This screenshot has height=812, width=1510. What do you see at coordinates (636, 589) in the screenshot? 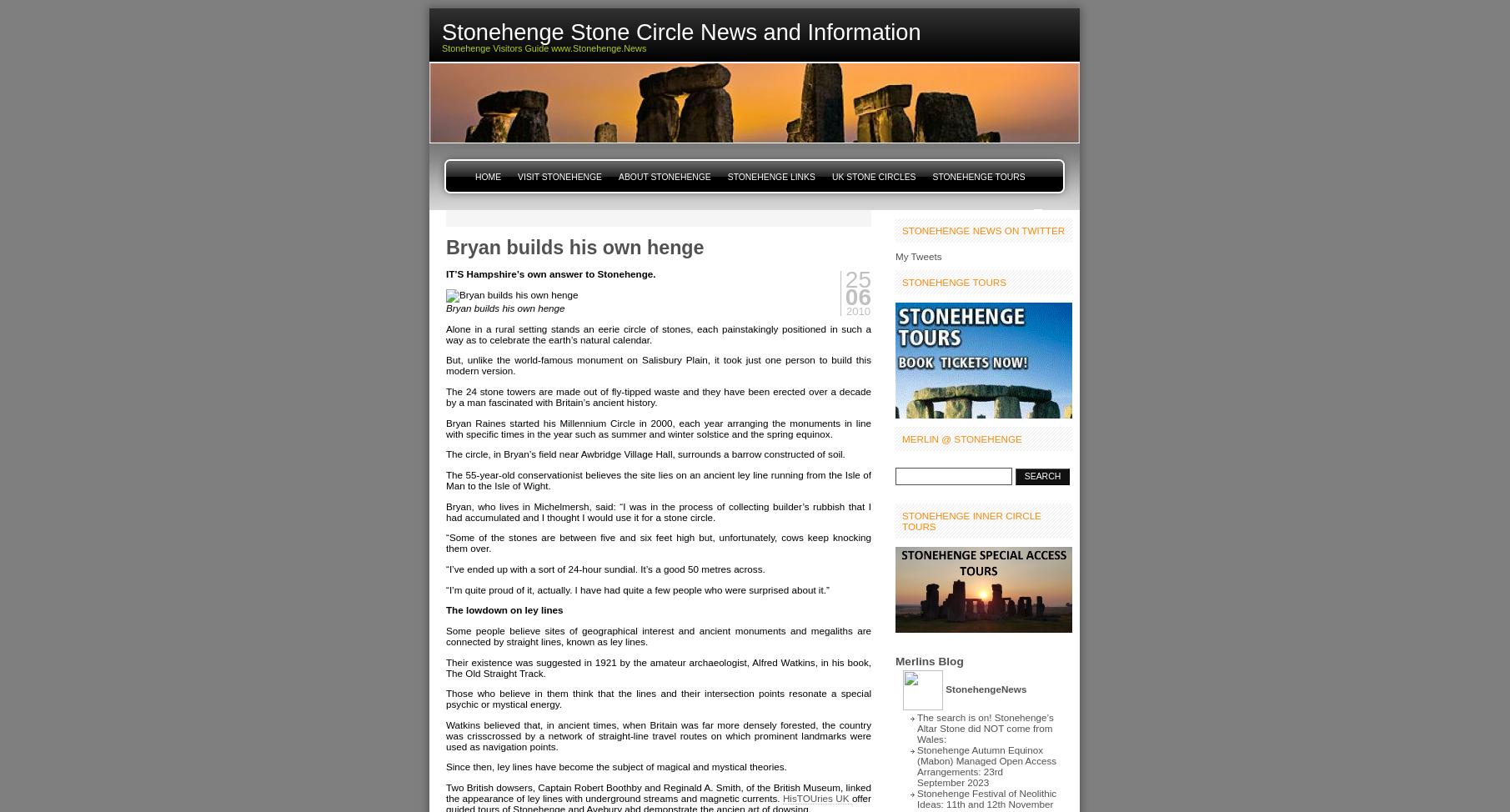
I see `'“I’m quite proud of it, actually. I have had quite a few people who were surprised about it.”'` at bounding box center [636, 589].